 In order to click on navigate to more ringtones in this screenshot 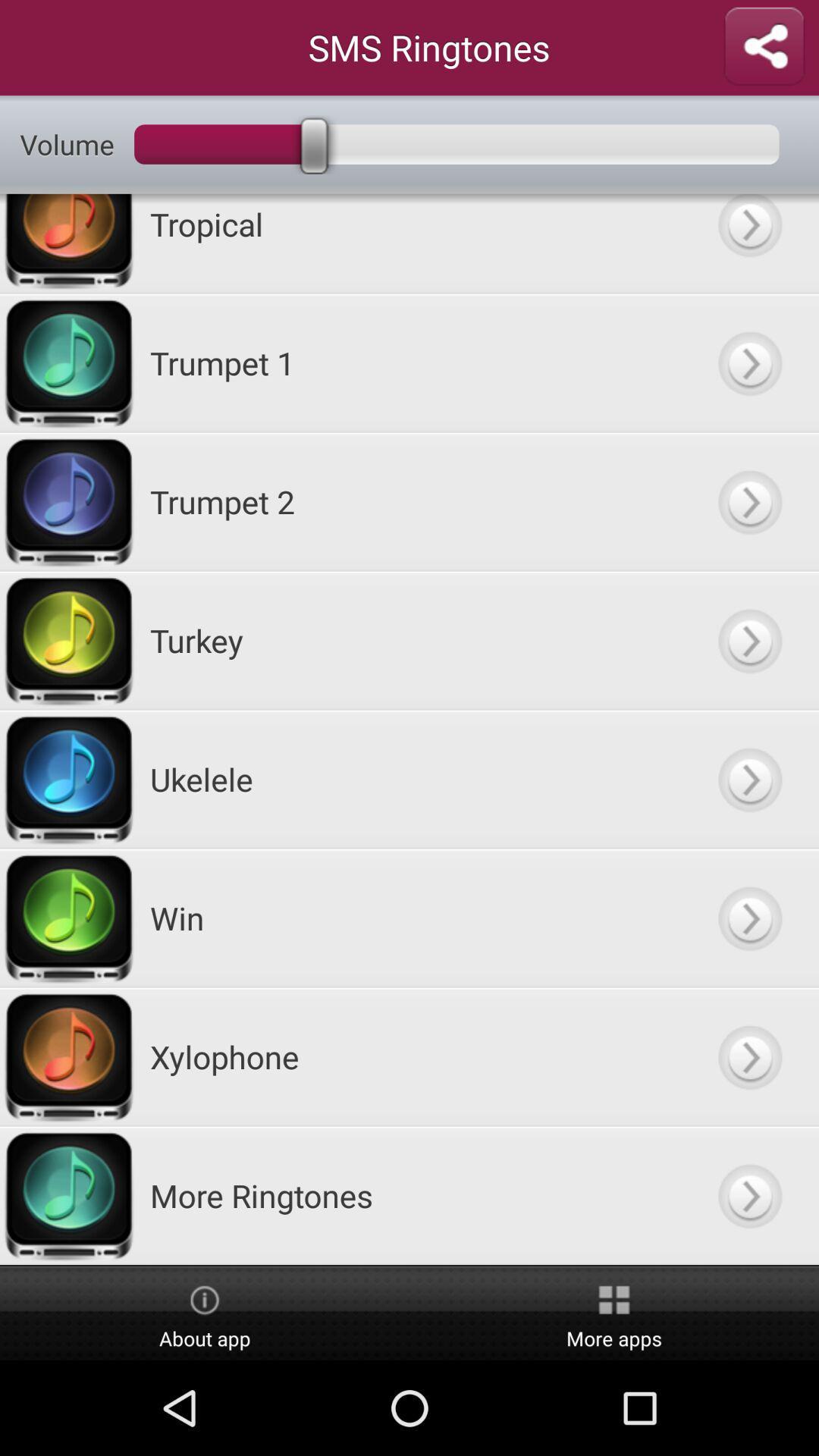, I will do `click(748, 1194)`.